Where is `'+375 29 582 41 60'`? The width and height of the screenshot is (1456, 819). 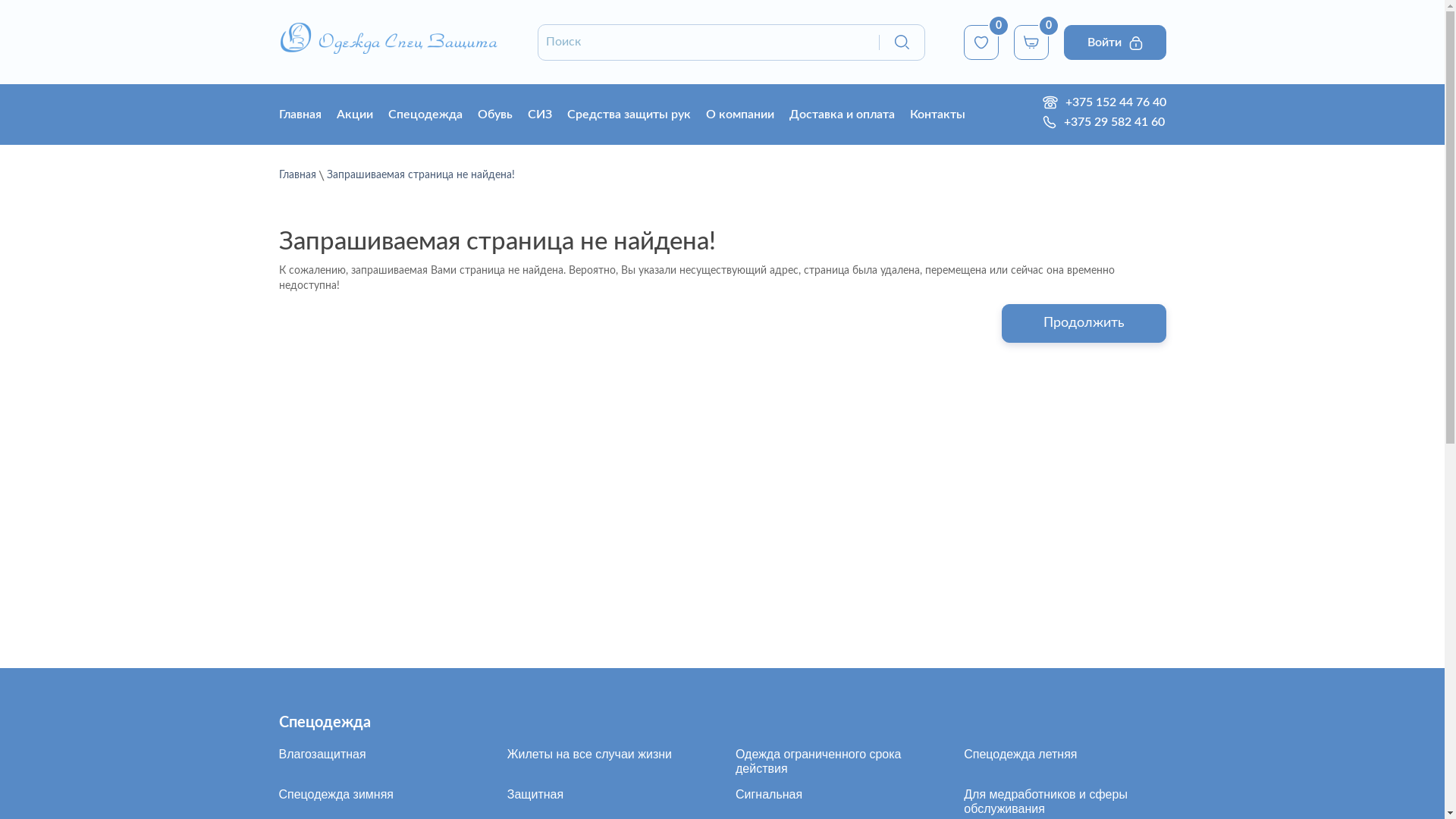 '+375 29 582 41 60' is located at coordinates (1109, 121).